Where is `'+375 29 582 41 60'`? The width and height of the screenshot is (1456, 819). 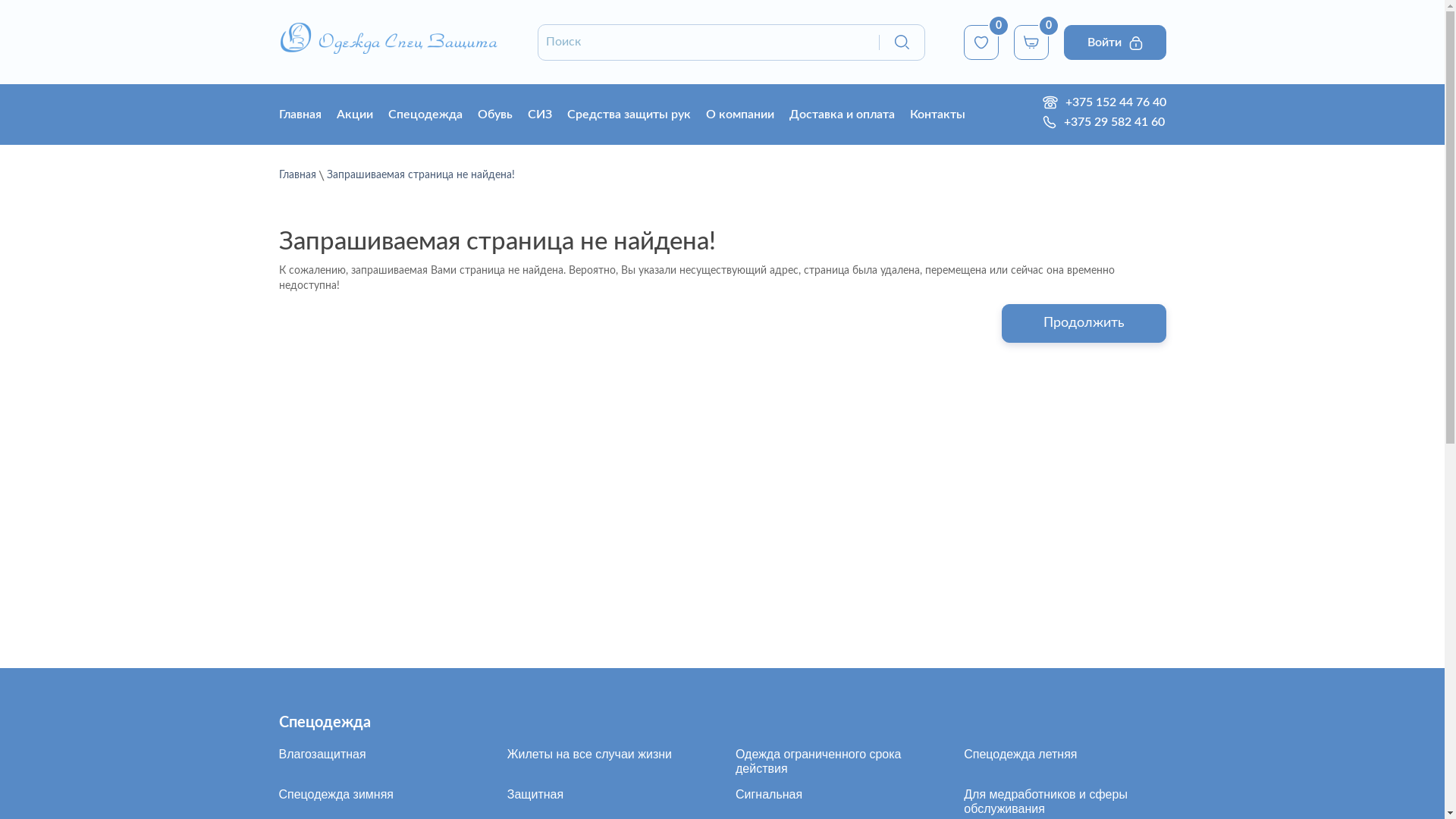 '+375 29 582 41 60' is located at coordinates (1109, 121).